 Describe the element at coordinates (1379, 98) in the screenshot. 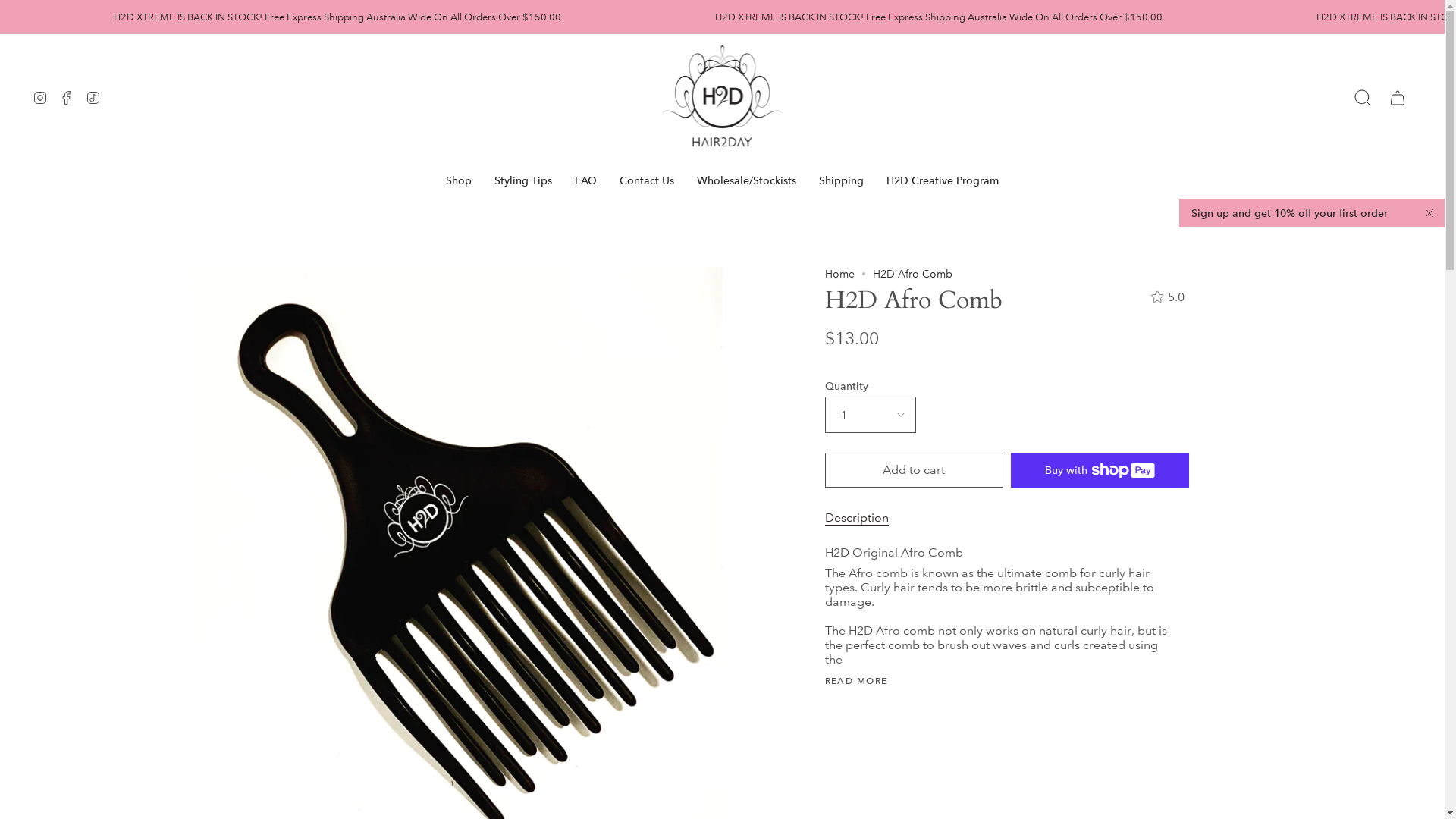

I see `'Cart'` at that location.